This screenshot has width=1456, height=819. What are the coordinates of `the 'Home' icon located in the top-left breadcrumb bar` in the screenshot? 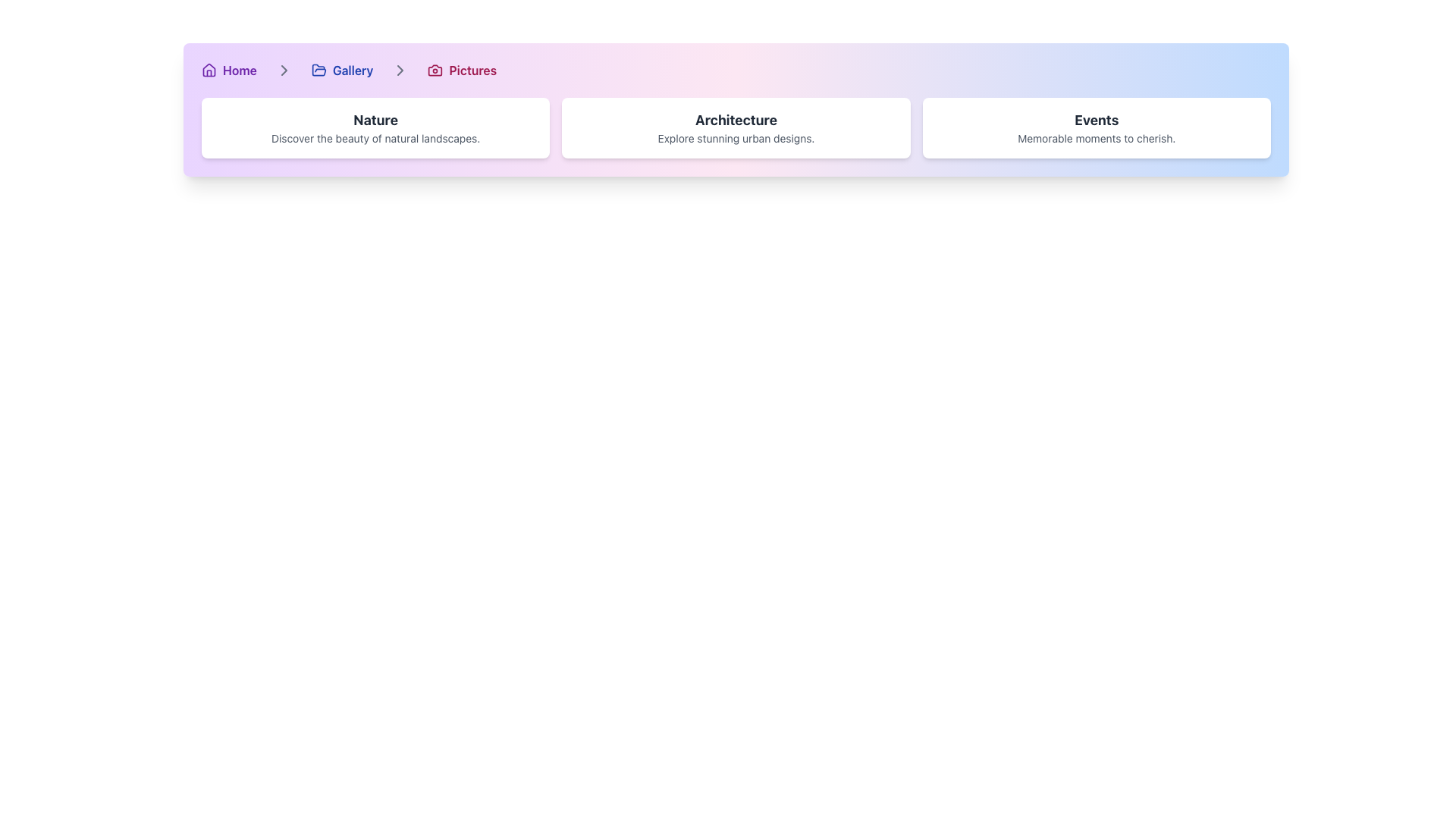 It's located at (208, 70).